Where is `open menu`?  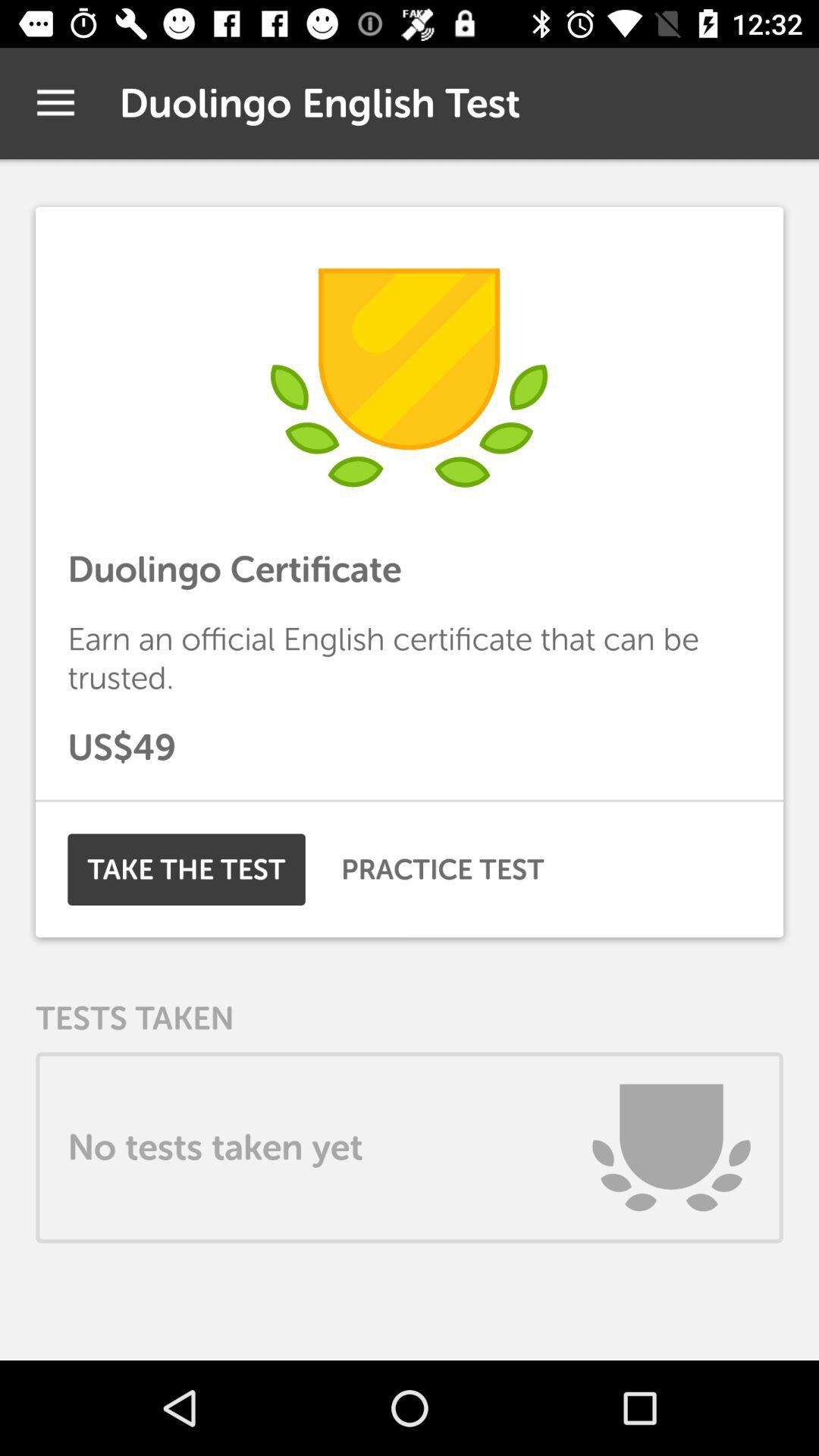 open menu is located at coordinates (55, 102).